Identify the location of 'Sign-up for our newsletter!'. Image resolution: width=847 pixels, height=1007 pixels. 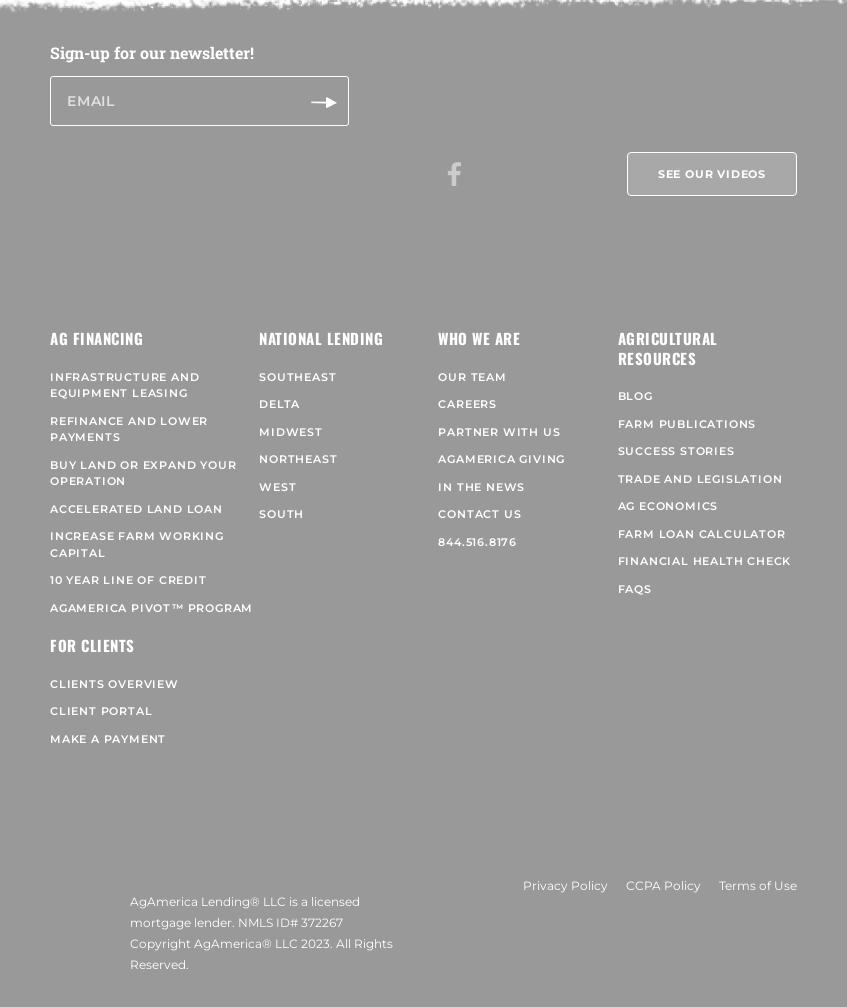
(48, 40).